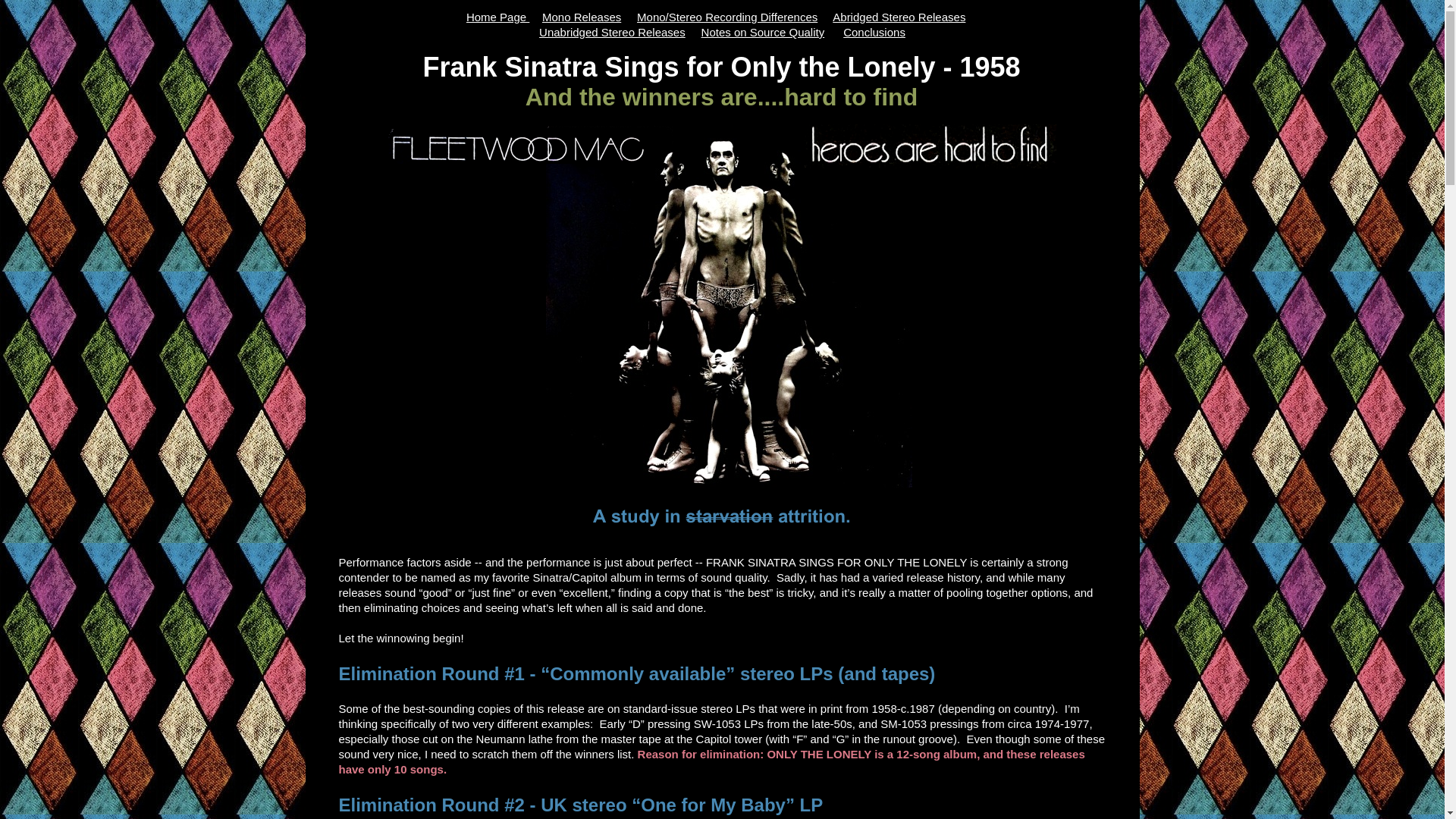 This screenshot has height=819, width=1456. Describe the element at coordinates (874, 32) in the screenshot. I see `'Conclusions'` at that location.